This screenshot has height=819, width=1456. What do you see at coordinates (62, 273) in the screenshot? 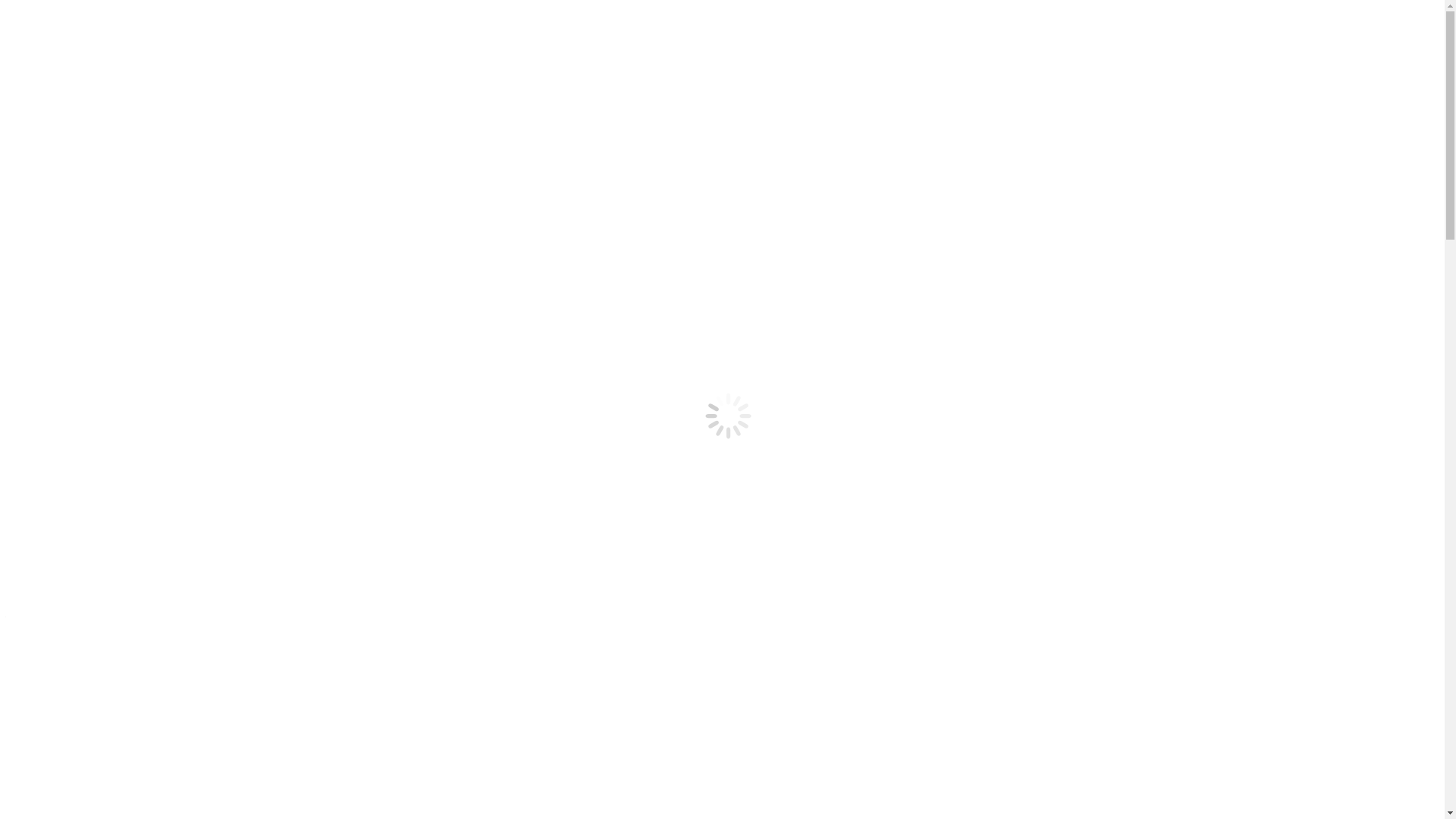
I see `'Contact Us'` at bounding box center [62, 273].